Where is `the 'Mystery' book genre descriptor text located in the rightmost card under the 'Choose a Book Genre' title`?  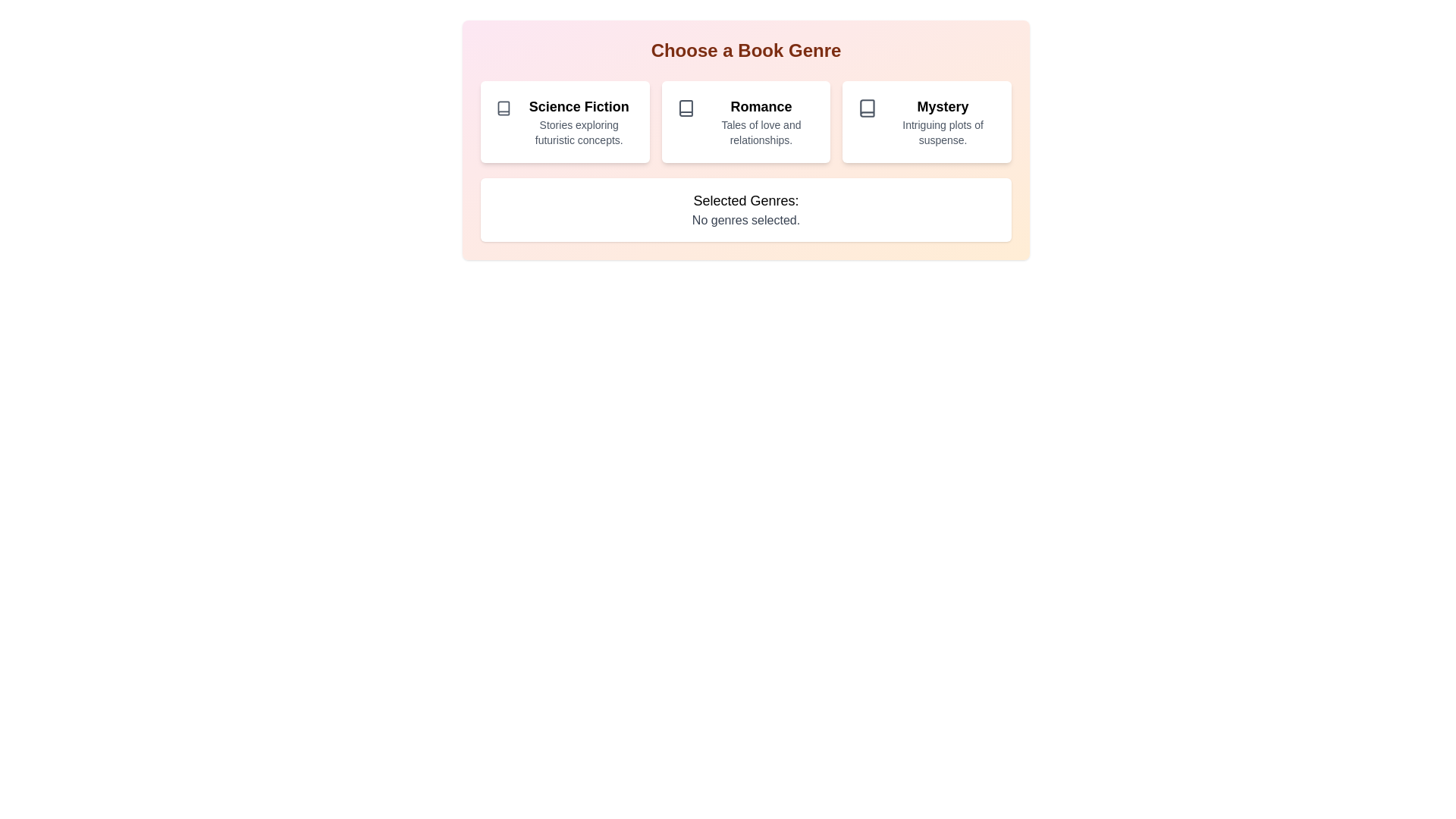 the 'Mystery' book genre descriptor text located in the rightmost card under the 'Choose a Book Genre' title is located at coordinates (942, 121).